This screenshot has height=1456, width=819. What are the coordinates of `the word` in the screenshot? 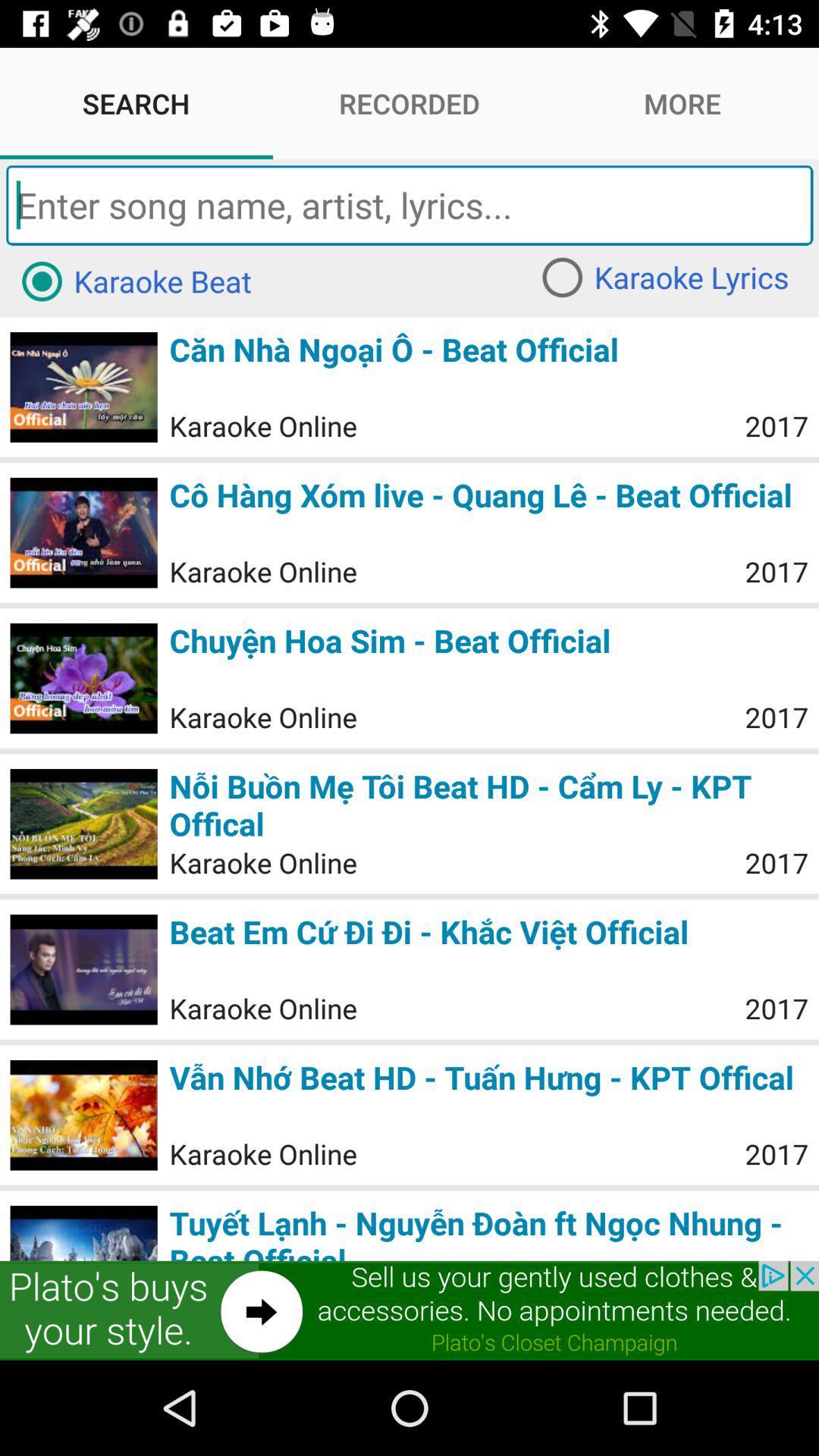 It's located at (409, 204).